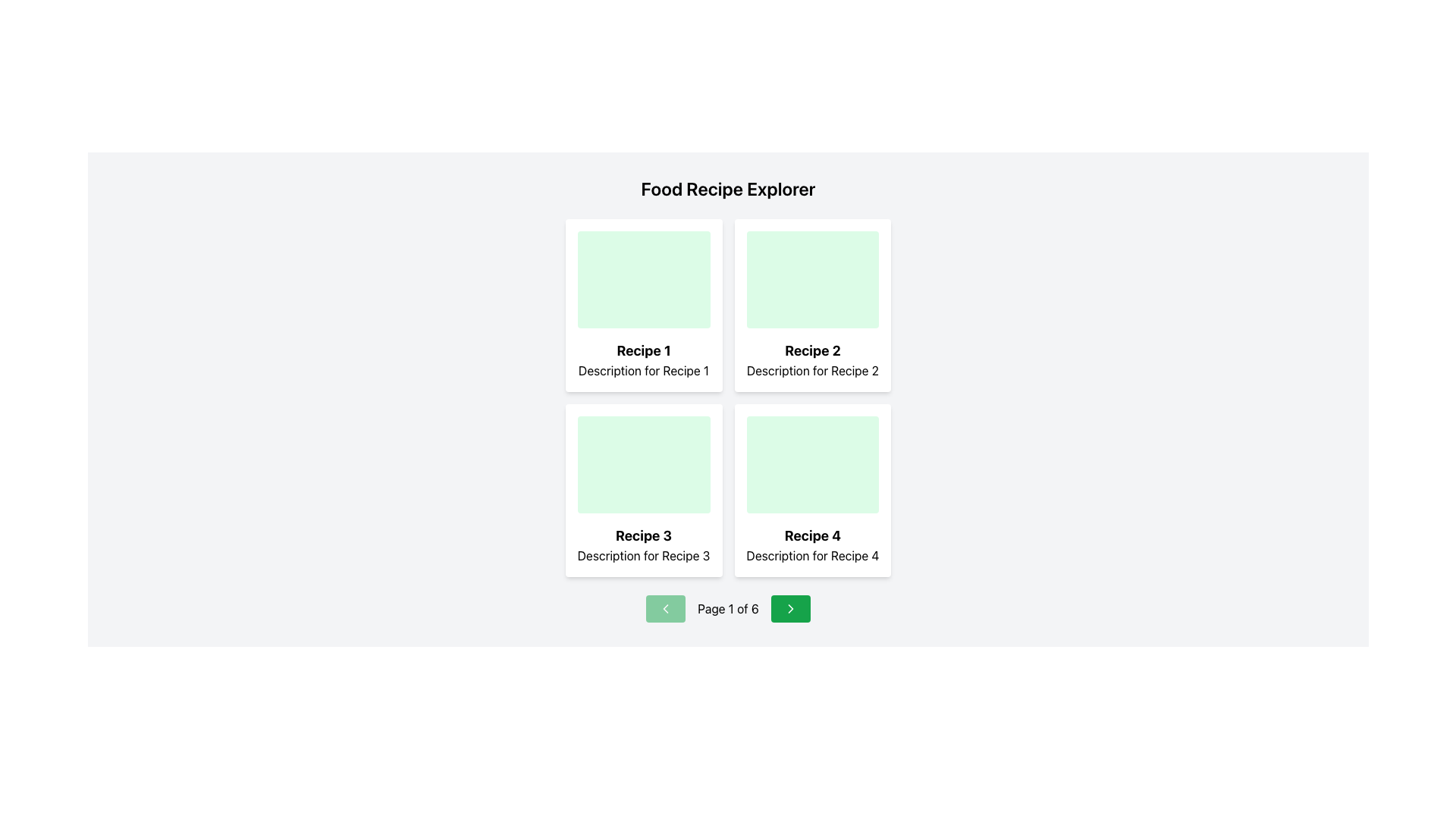  Describe the element at coordinates (644, 555) in the screenshot. I see `the text label displaying 'Description for Recipe 3' located beneath the title 'Recipe 3' in the bottom-left section of the recipe card layout` at that location.